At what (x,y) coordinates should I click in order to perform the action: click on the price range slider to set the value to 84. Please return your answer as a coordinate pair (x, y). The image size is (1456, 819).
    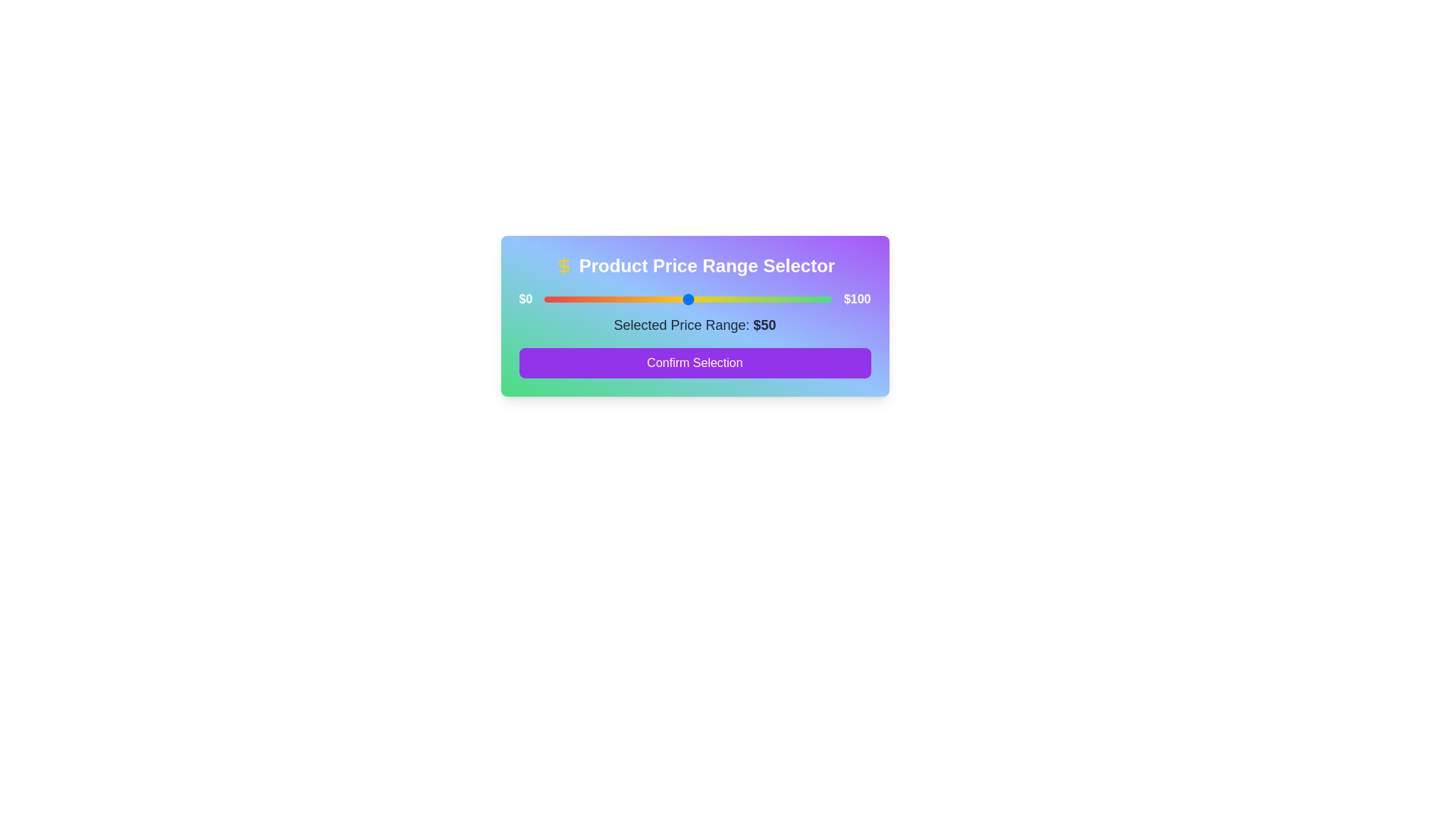
    Looking at the image, I should click on (786, 299).